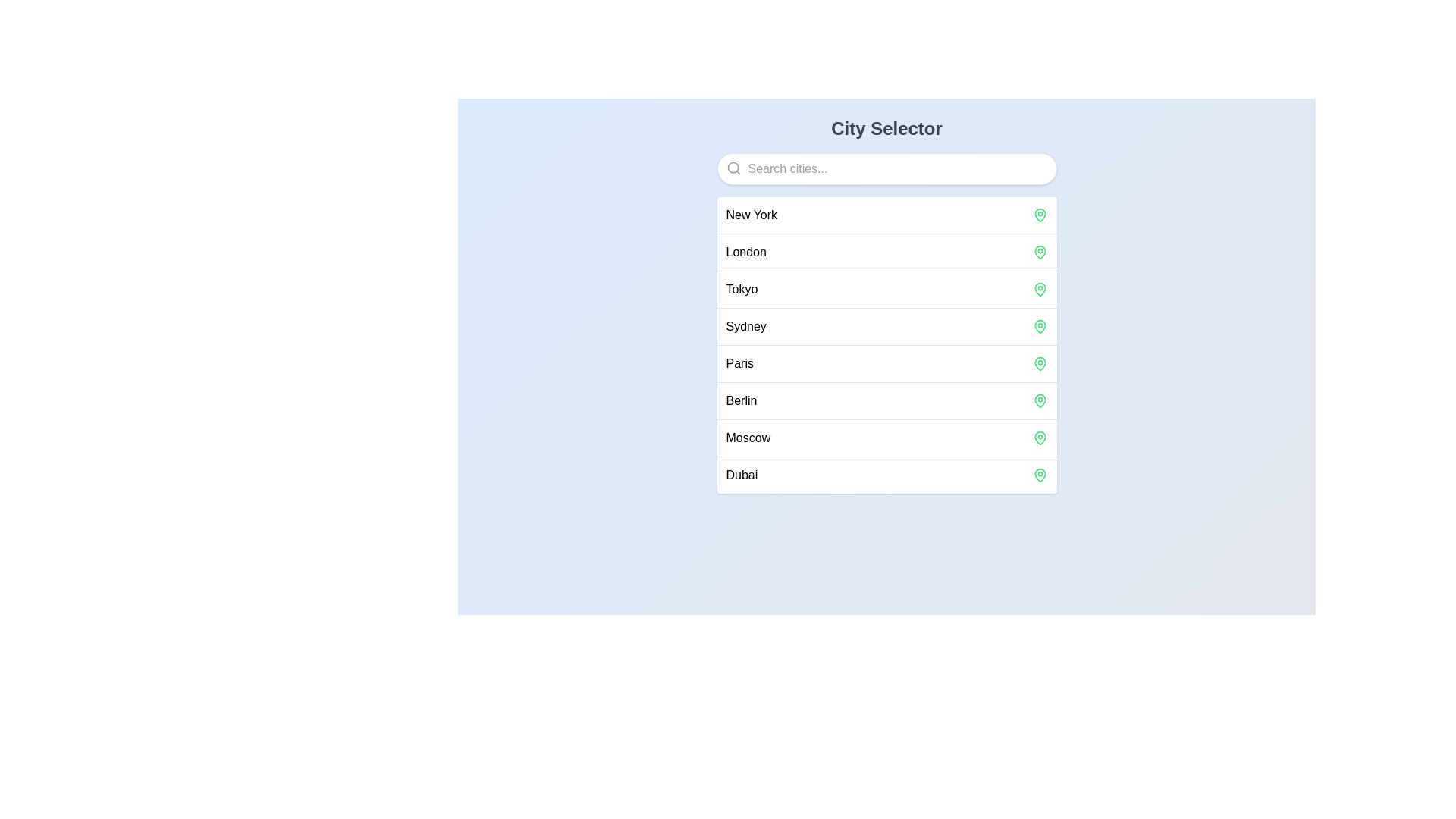  What do you see at coordinates (1039, 326) in the screenshot?
I see `the map pin icon located near the right edge of the row labeled 'Sydney'` at bounding box center [1039, 326].